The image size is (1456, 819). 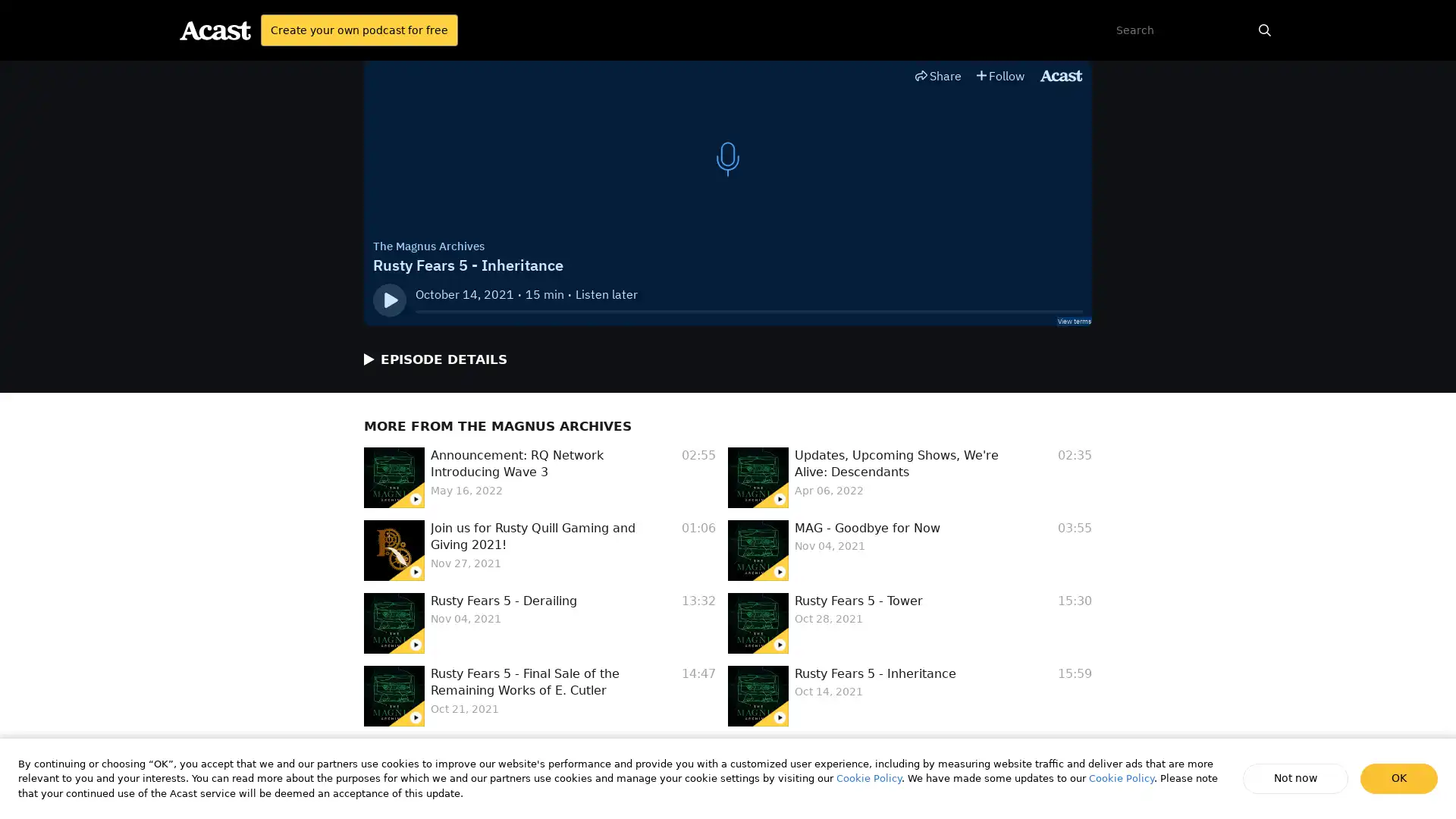 I want to click on OK, so click(x=1398, y=778).